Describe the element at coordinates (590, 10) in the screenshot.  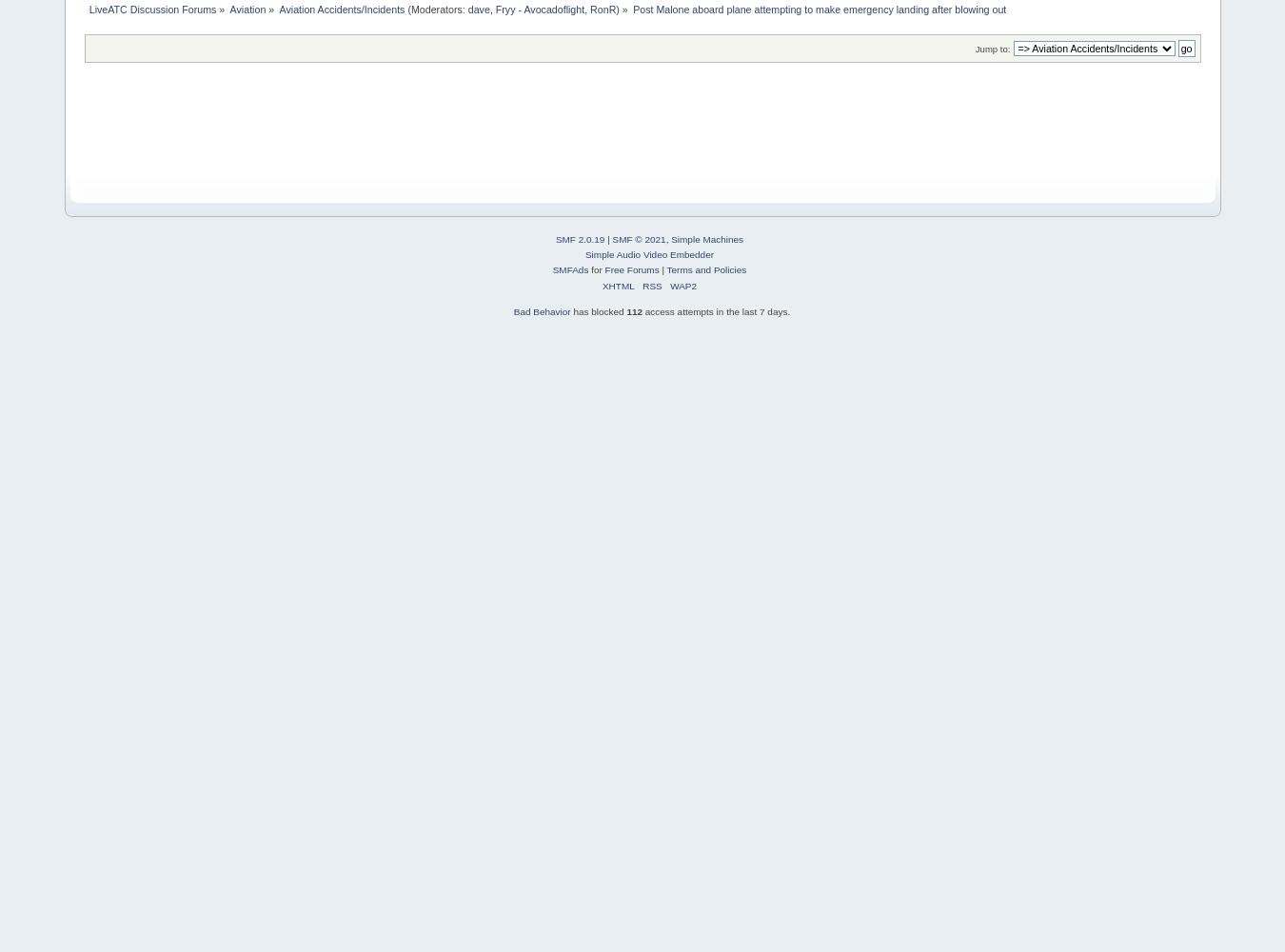
I see `'RonR'` at that location.